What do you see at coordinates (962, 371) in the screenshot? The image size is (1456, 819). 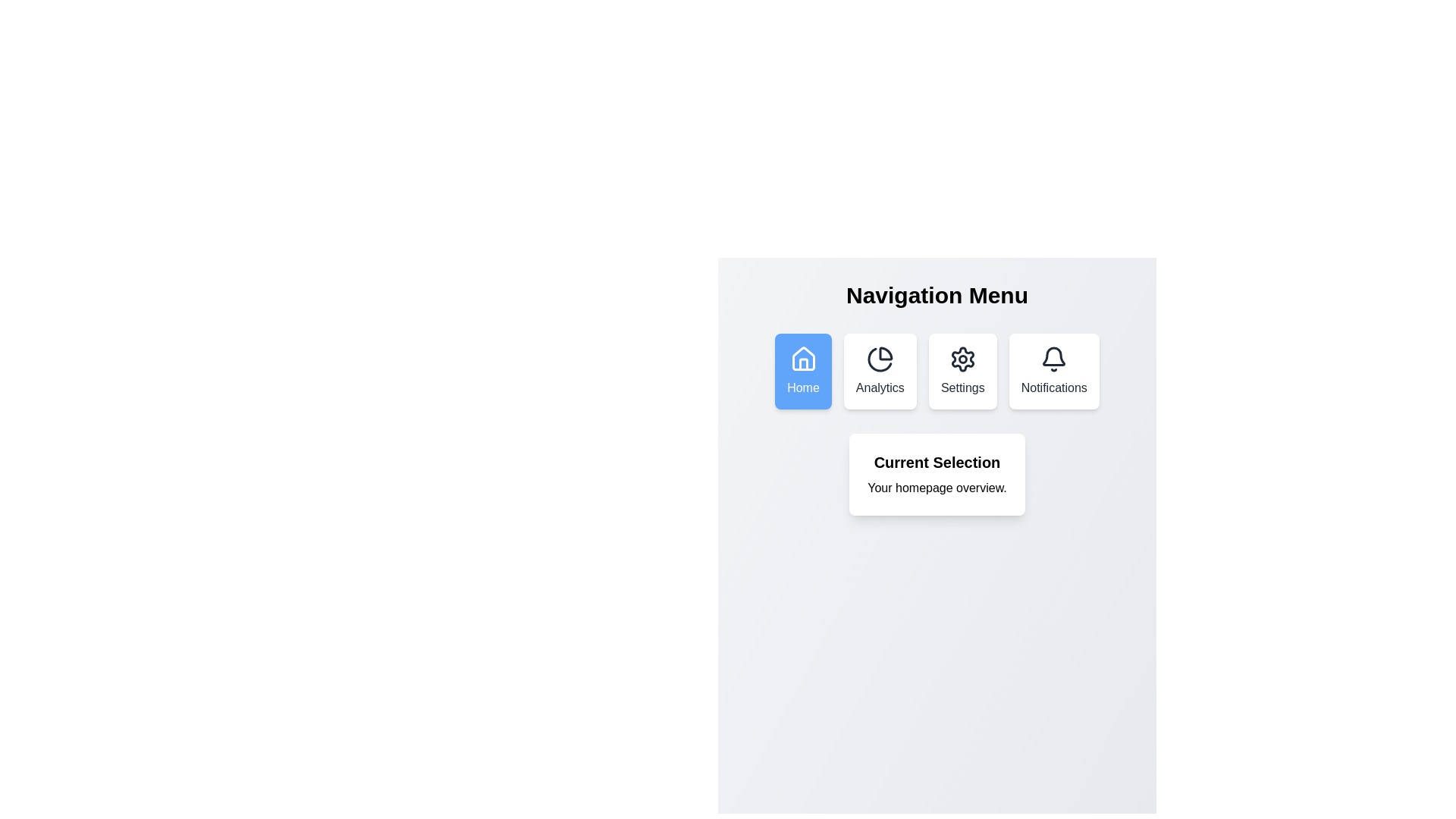 I see `the menu item labeled Settings to observe its hover effect` at bounding box center [962, 371].